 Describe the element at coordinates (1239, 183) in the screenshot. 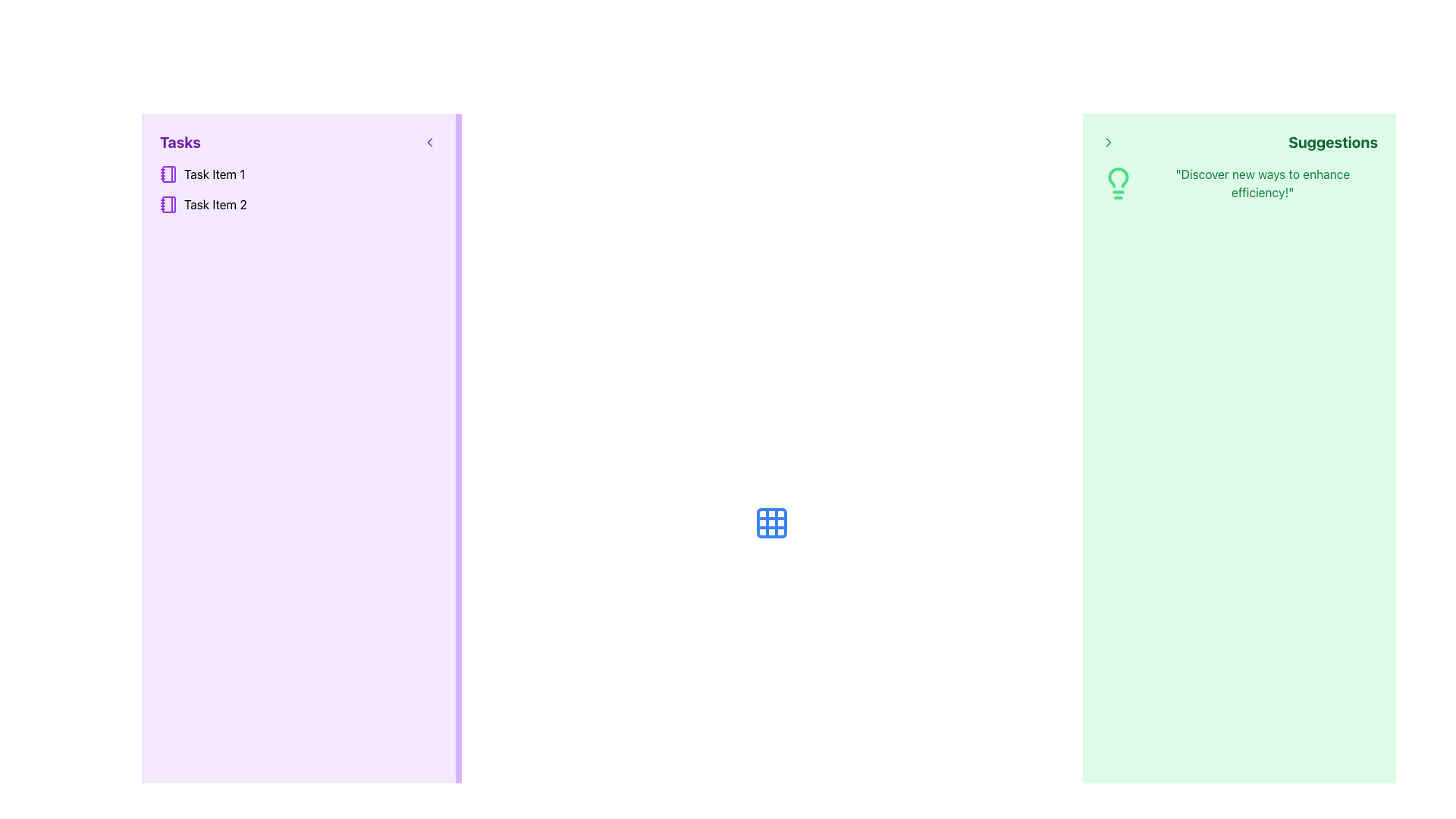

I see `the Informational Label that features a bulb icon and the text 'Discover new ways to enhance efficiency!' located in the 'Suggestions' section of the interface` at that location.